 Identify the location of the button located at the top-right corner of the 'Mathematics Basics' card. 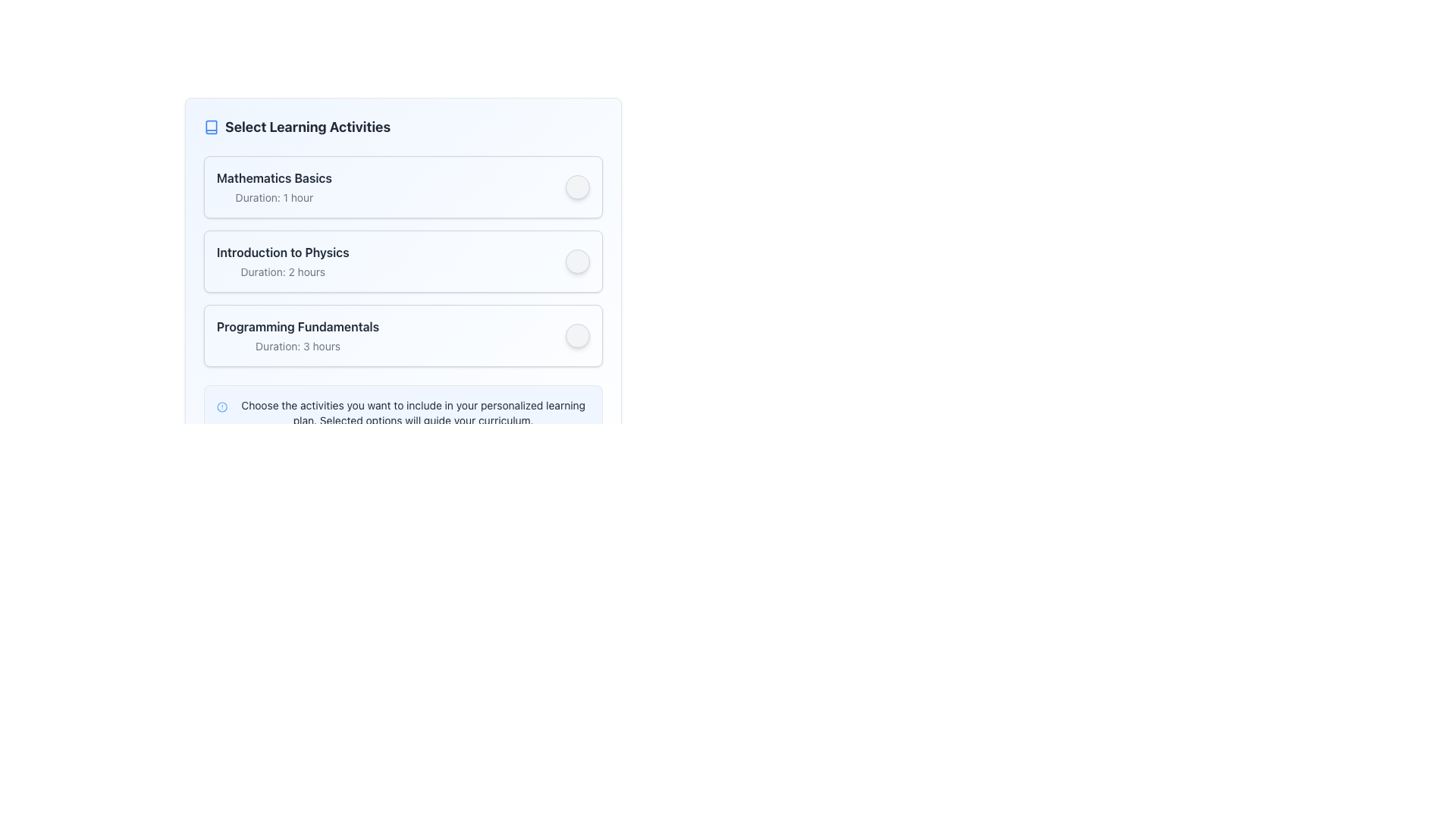
(577, 186).